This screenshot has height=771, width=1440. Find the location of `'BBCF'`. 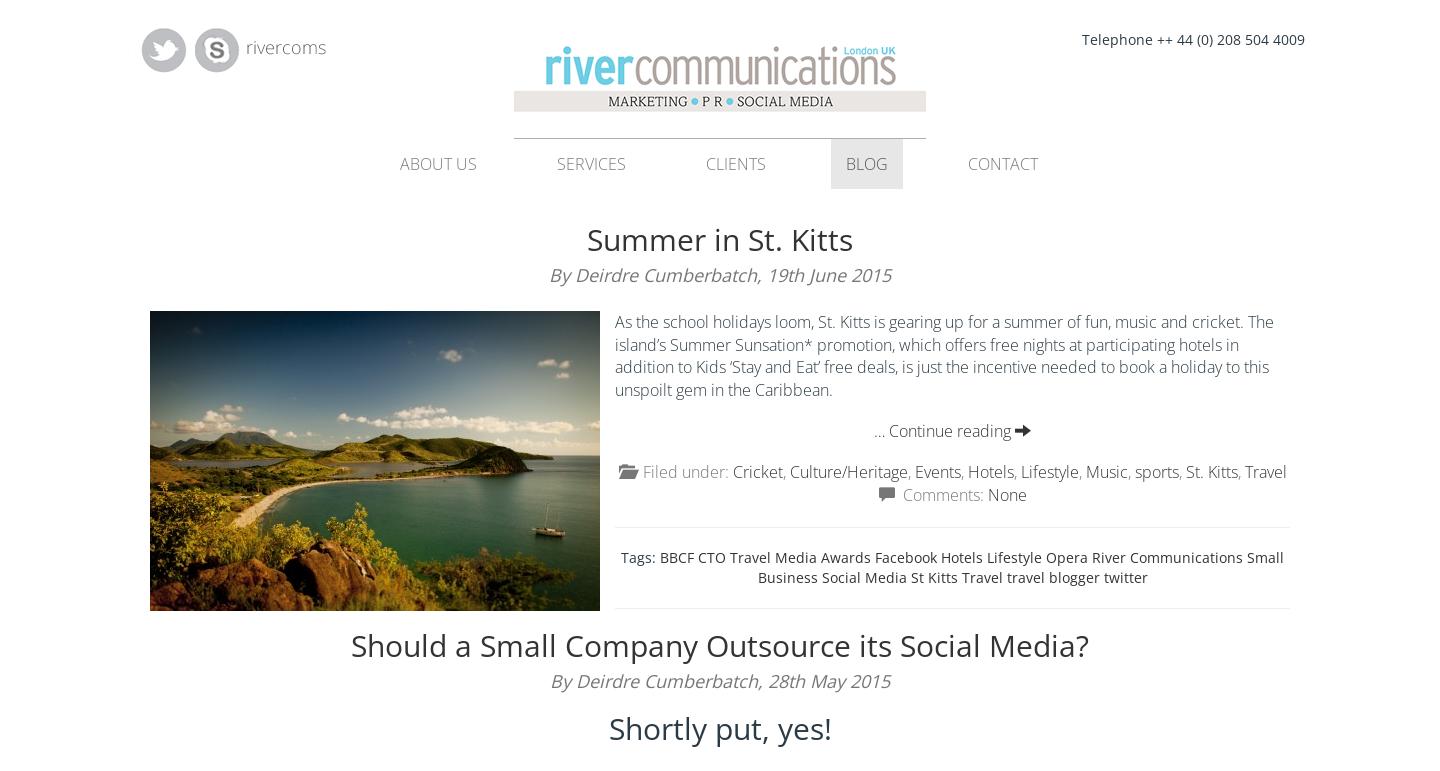

'BBCF' is located at coordinates (676, 556).